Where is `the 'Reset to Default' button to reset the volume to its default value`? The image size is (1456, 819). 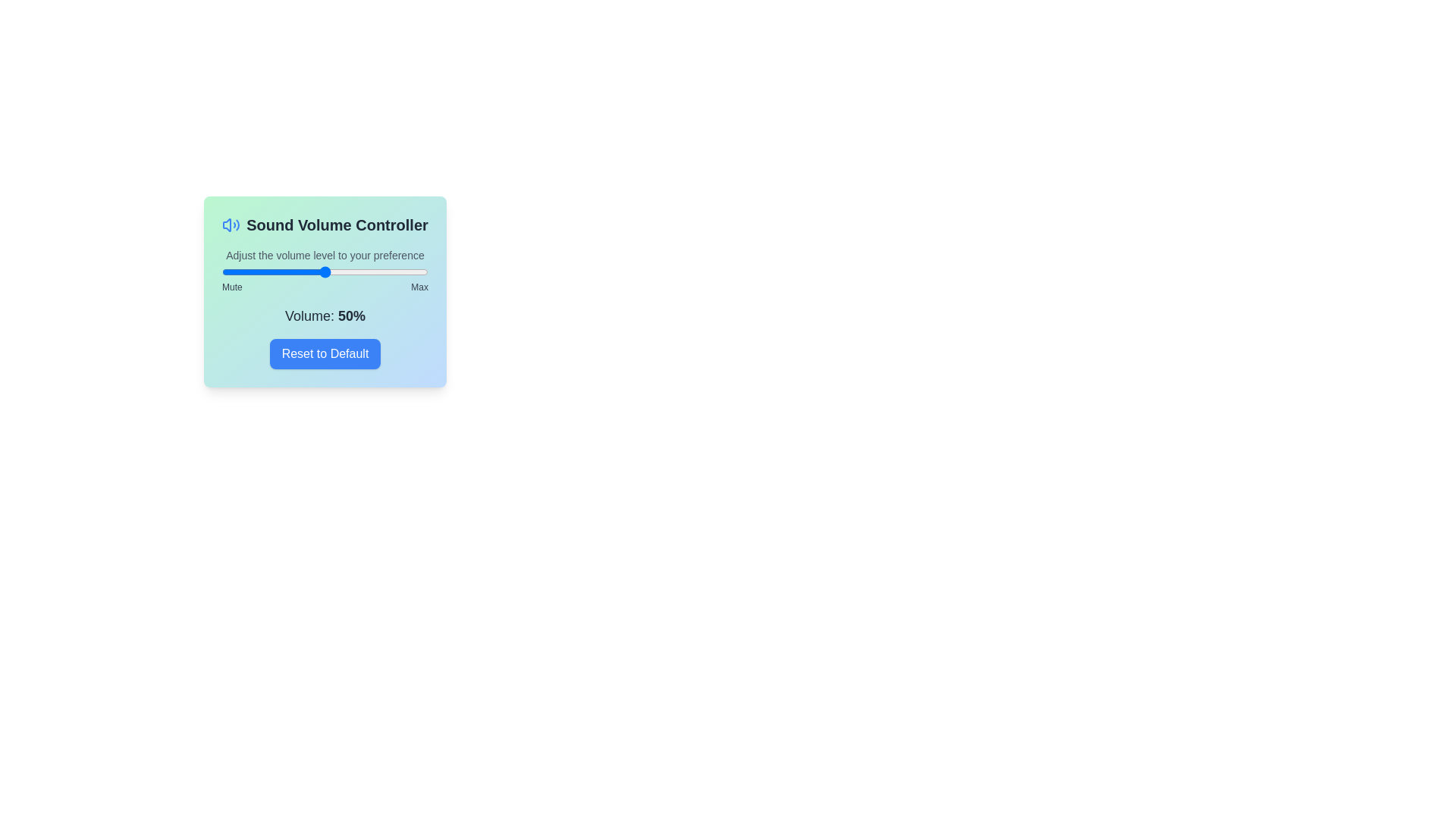
the 'Reset to Default' button to reset the volume to its default value is located at coordinates (324, 353).